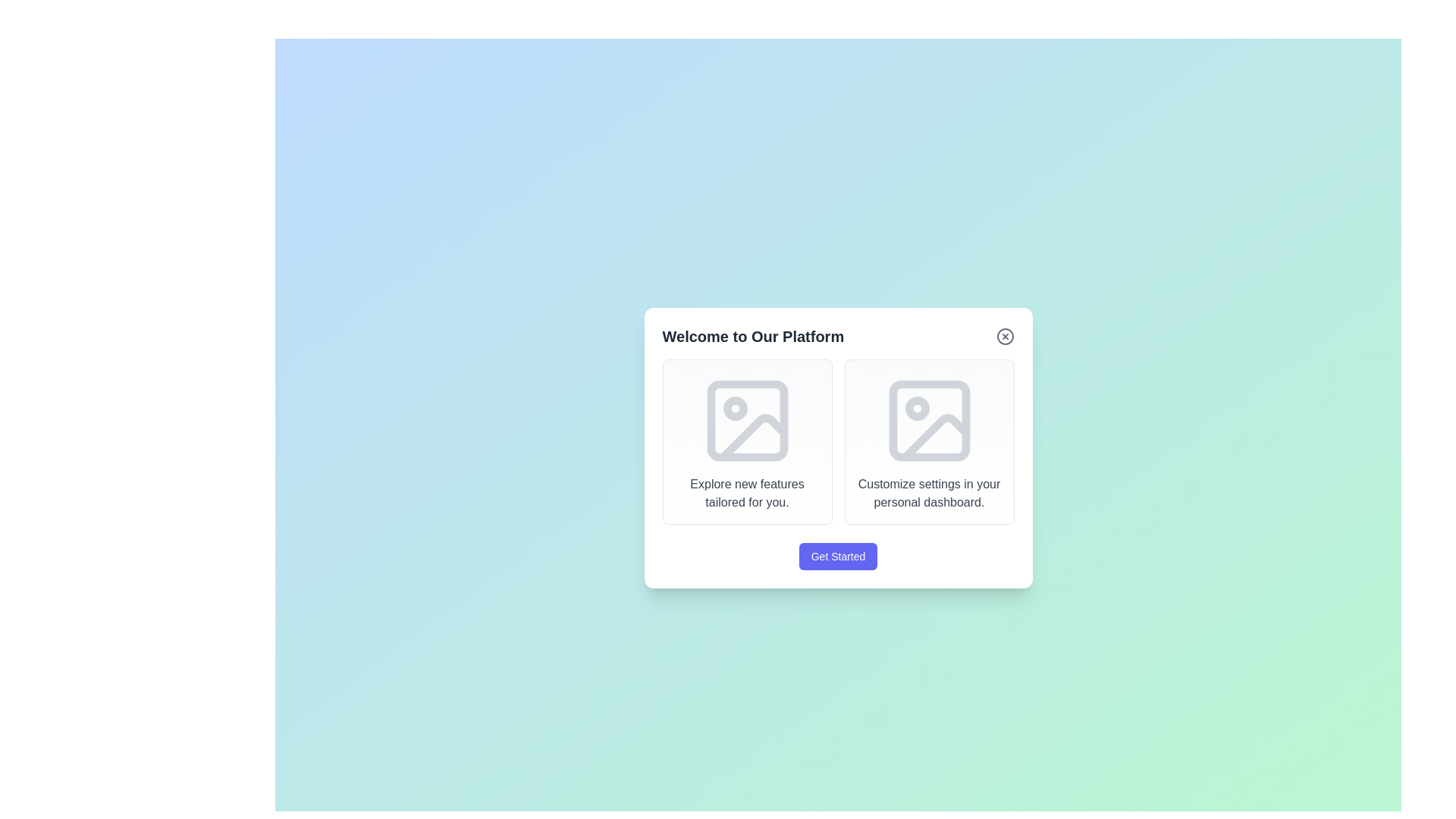 This screenshot has width=1456, height=819. Describe the element at coordinates (837, 556) in the screenshot. I see `the 'Get Started' button` at that location.